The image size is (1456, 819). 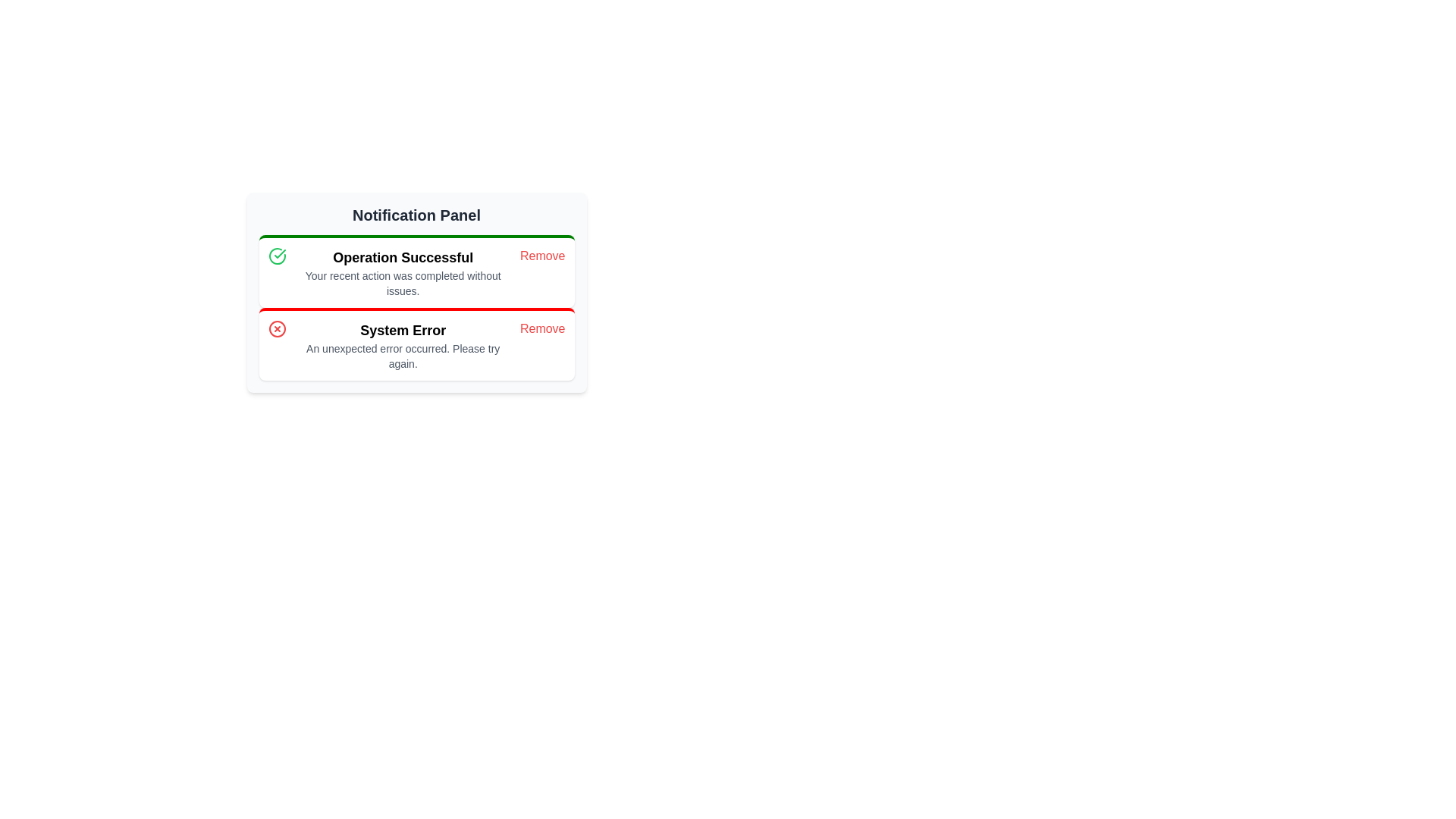 What do you see at coordinates (403, 271) in the screenshot?
I see `the text display element that shows 'Operation Successful' with the message 'Your recent action was completed without issues.'` at bounding box center [403, 271].